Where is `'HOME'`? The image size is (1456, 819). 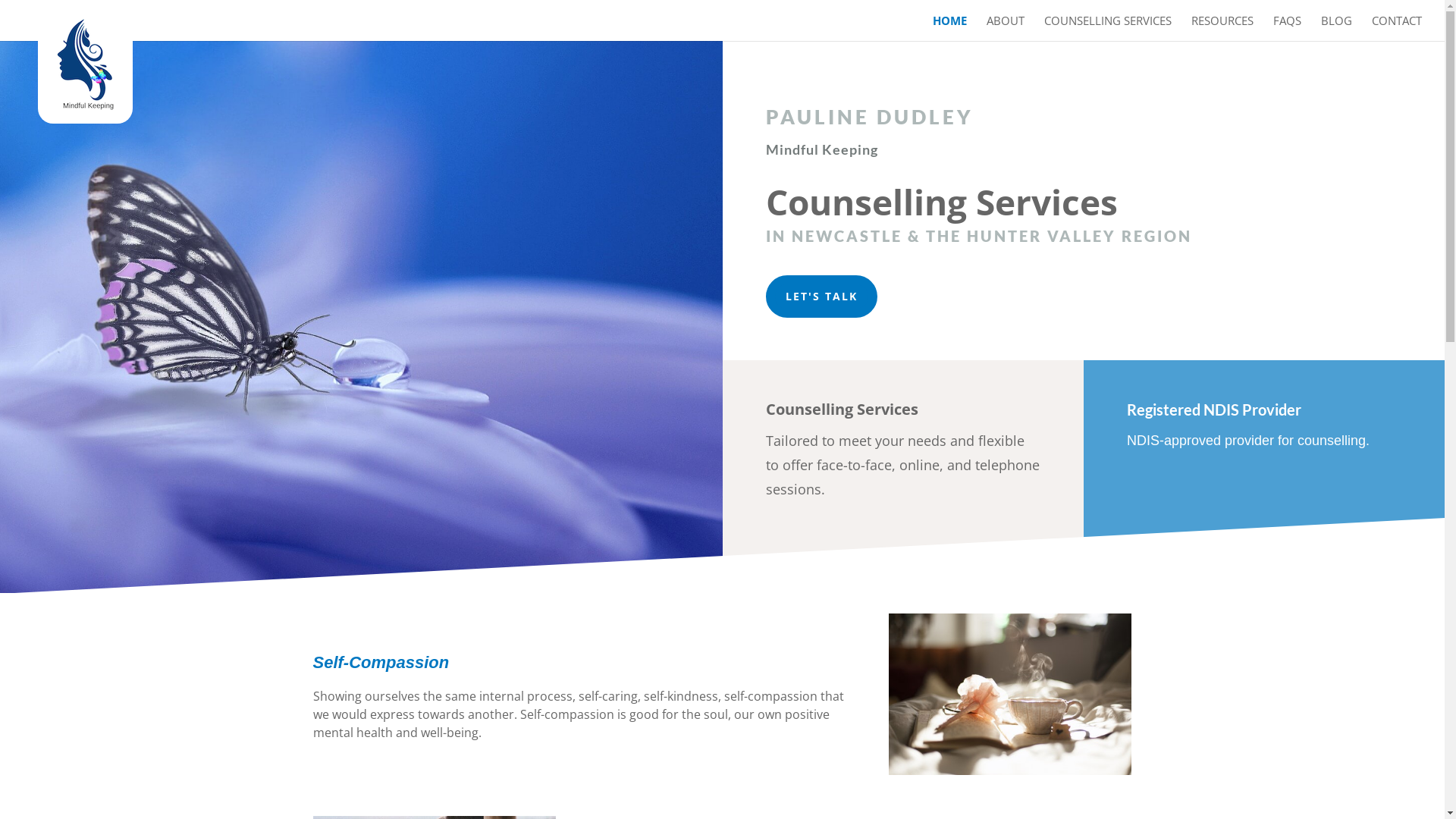 'HOME' is located at coordinates (949, 28).